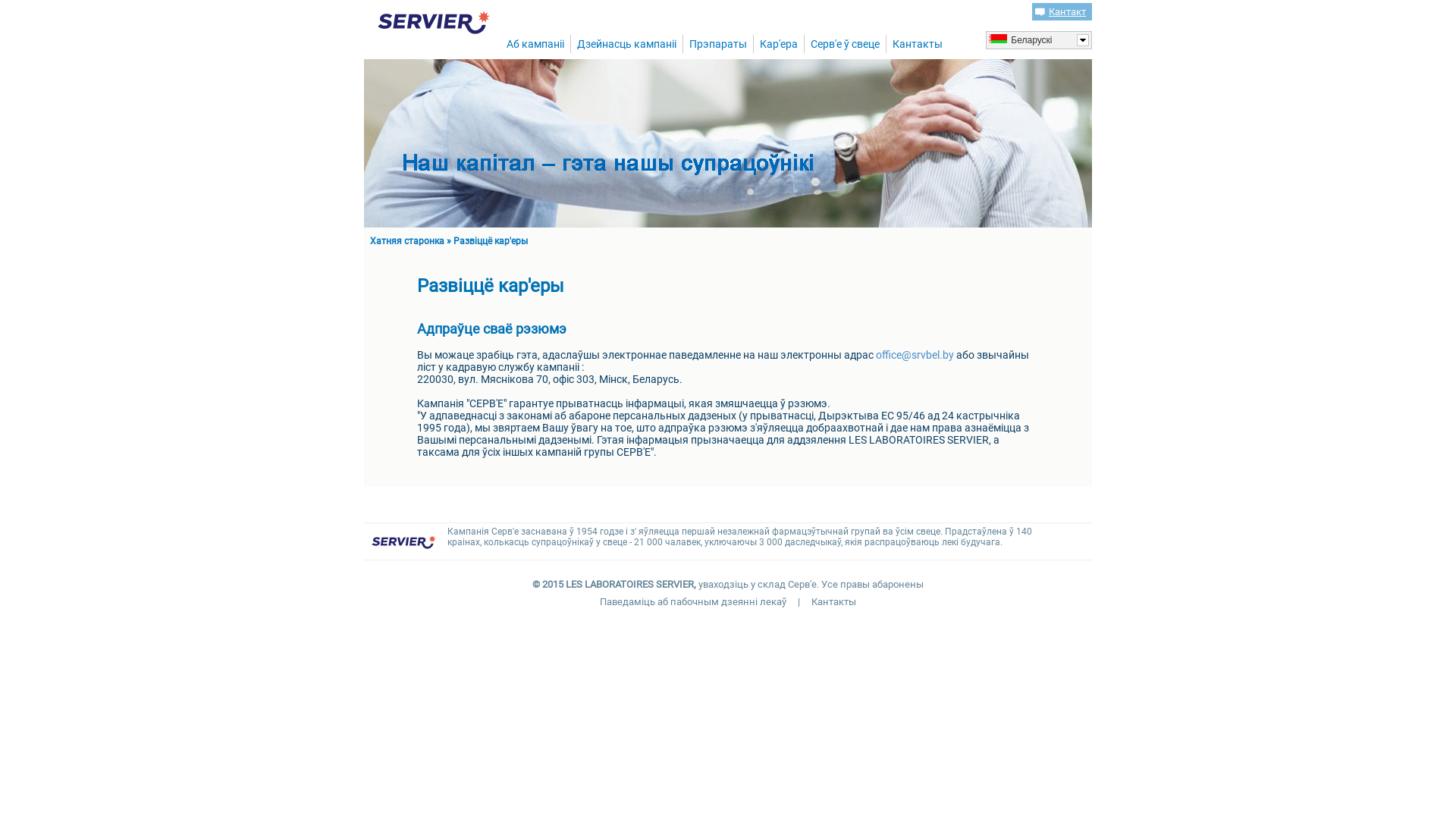 This screenshot has height=819, width=1456. I want to click on 'office@srvbel.by', so click(876, 354).